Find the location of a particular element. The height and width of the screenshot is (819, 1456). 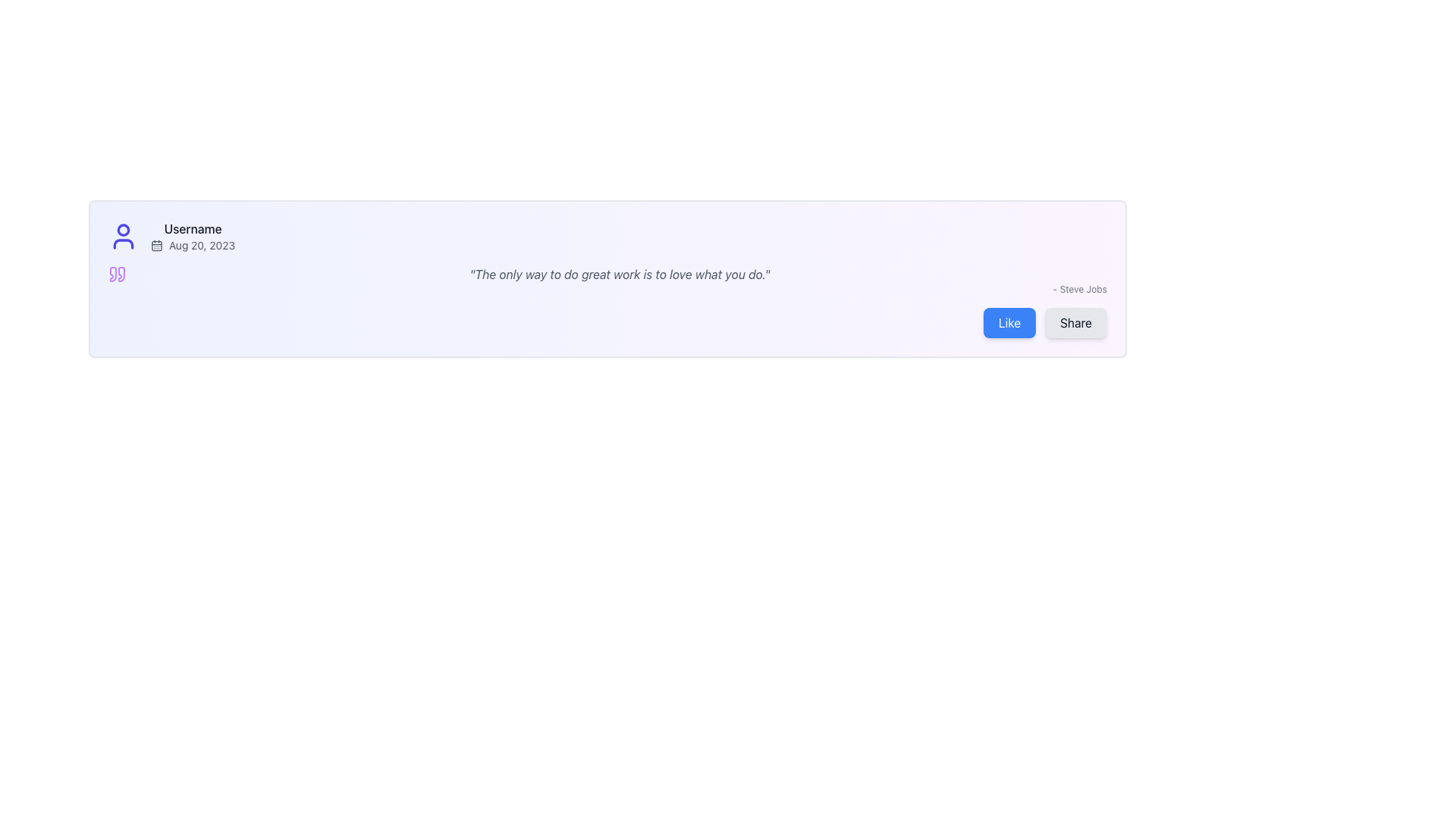

the small circular shape located in the head portion of the user's avatar icon is located at coordinates (124, 230).